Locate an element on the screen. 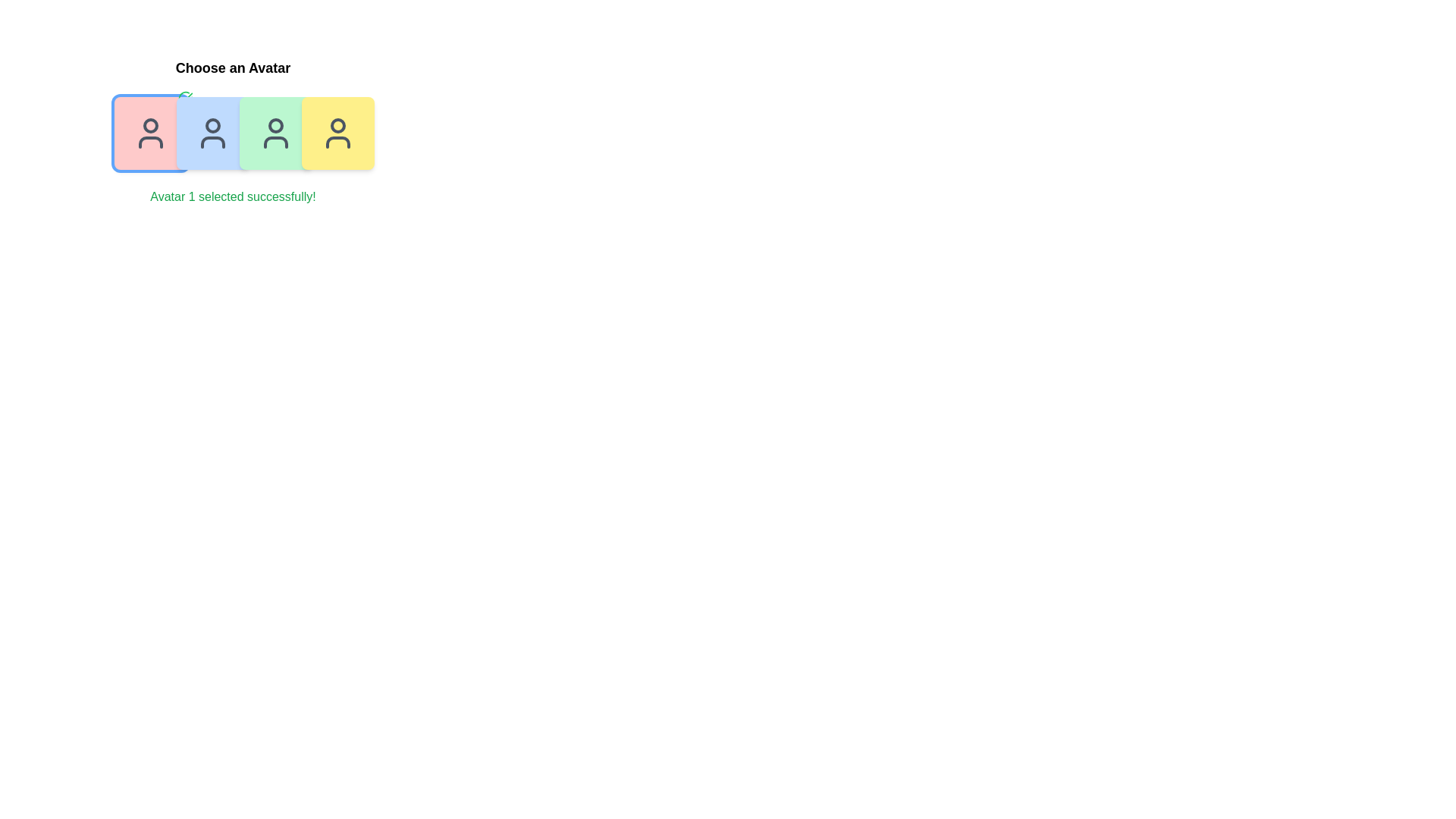 The height and width of the screenshot is (819, 1456). the yellow square button with rounded corners, which contains a gray icon of a person is located at coordinates (337, 133).